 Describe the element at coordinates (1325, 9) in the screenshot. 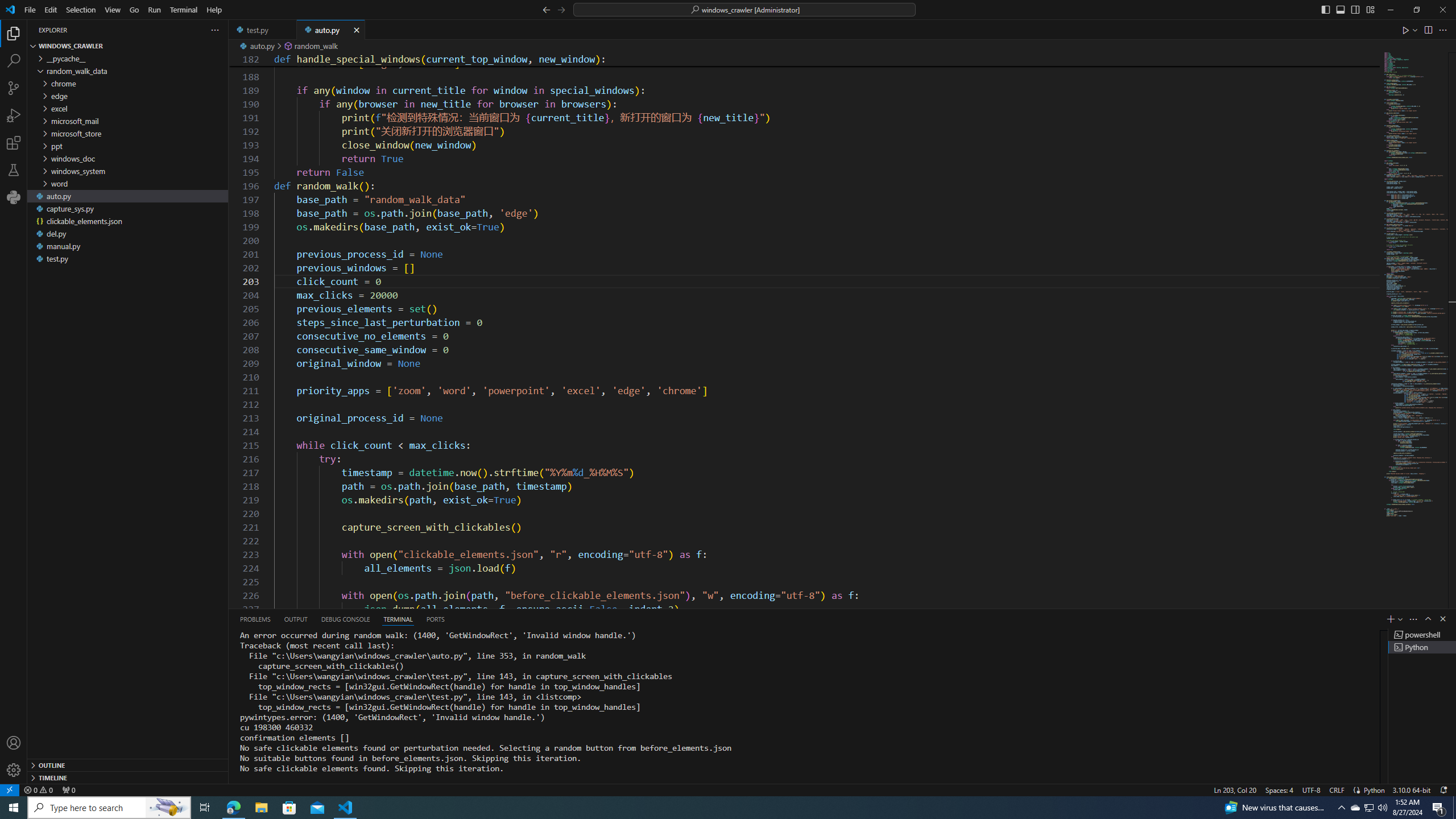

I see `'Toggle Primary Side Bar (Ctrl+B)'` at that location.